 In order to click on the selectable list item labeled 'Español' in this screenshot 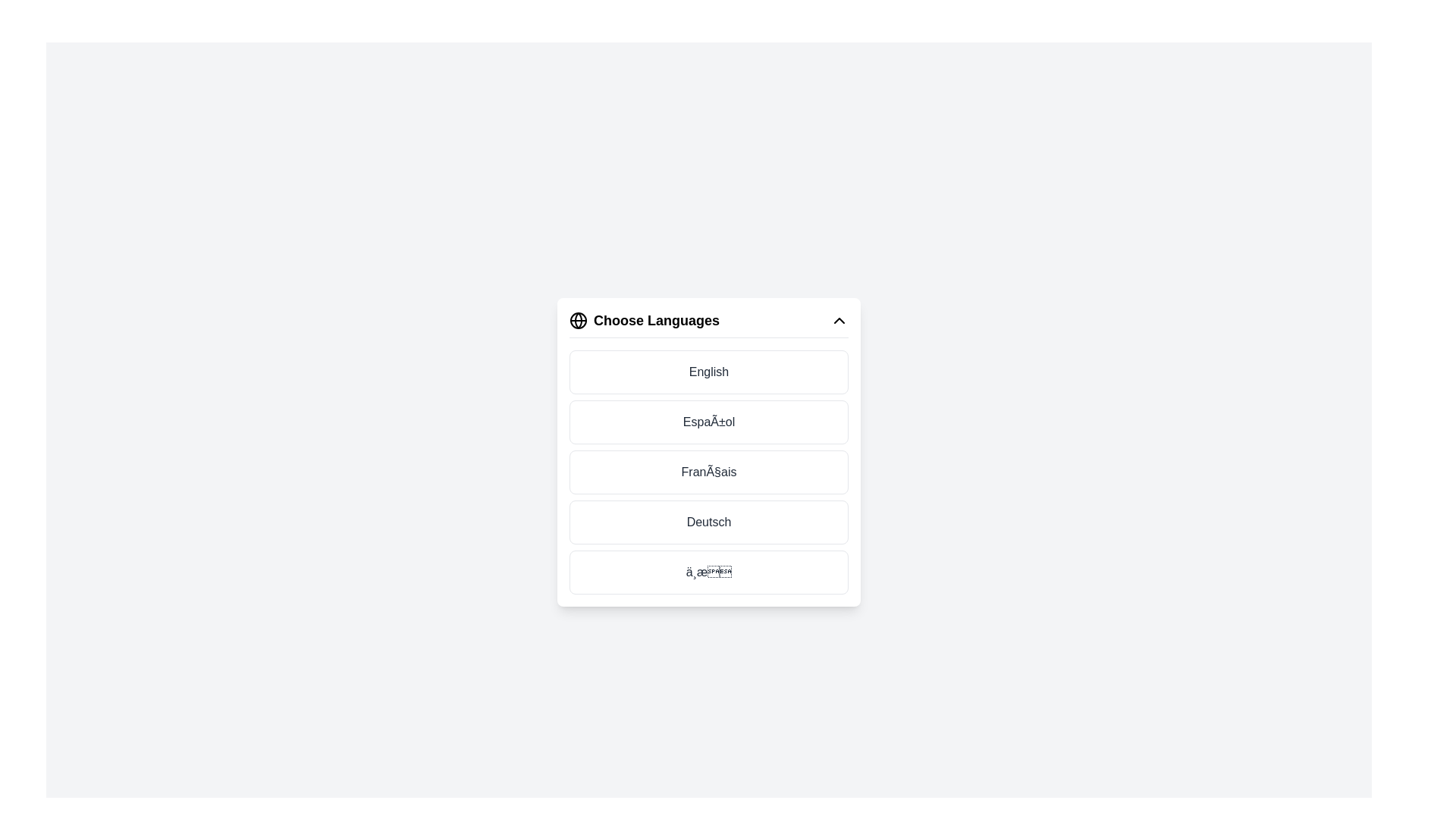, I will do `click(708, 421)`.